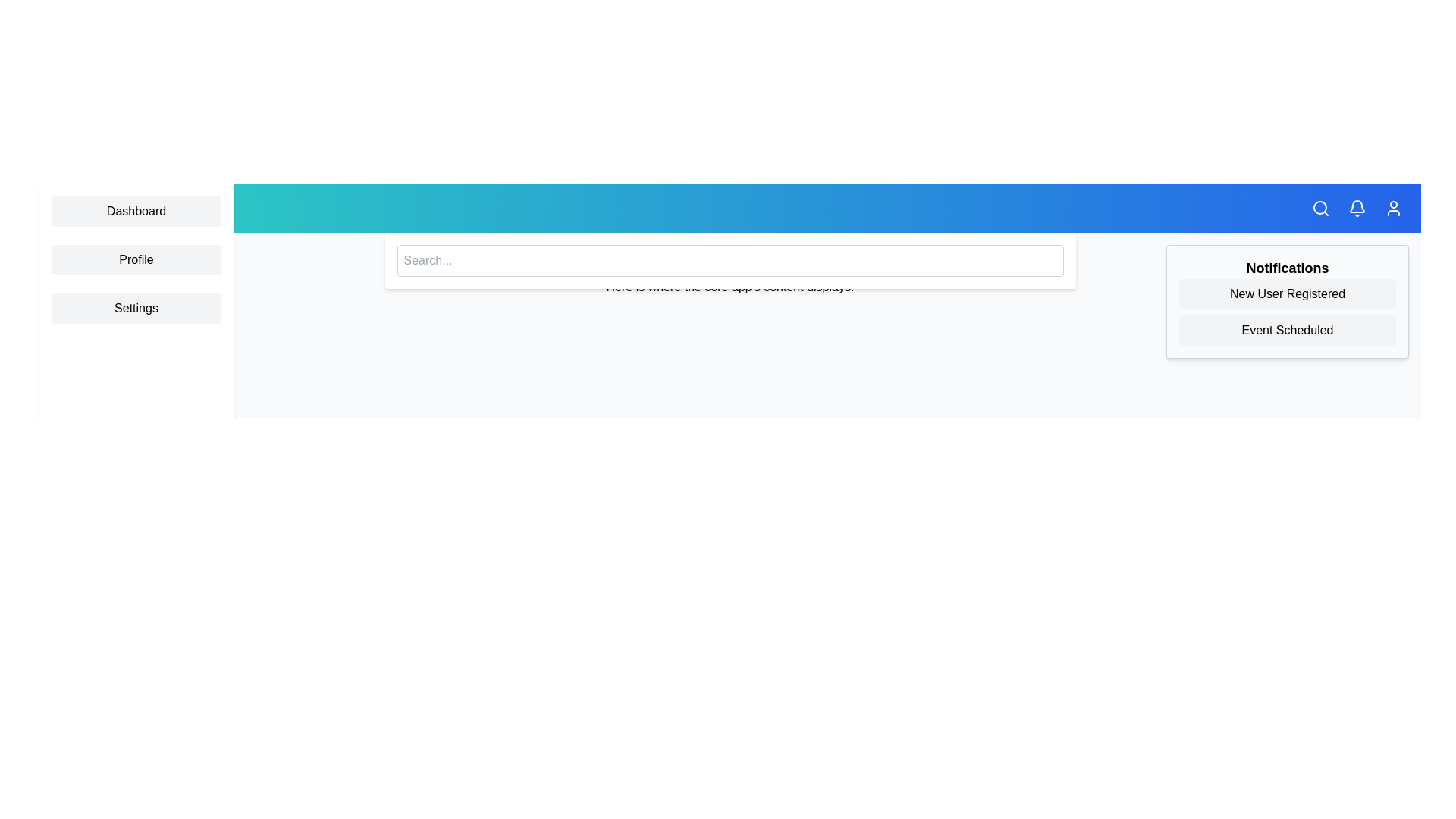 The height and width of the screenshot is (819, 1456). I want to click on the navigation button located in the left vertical menu panel, which is the third button beneath the 'Profile' button, to change its background color, so click(136, 308).